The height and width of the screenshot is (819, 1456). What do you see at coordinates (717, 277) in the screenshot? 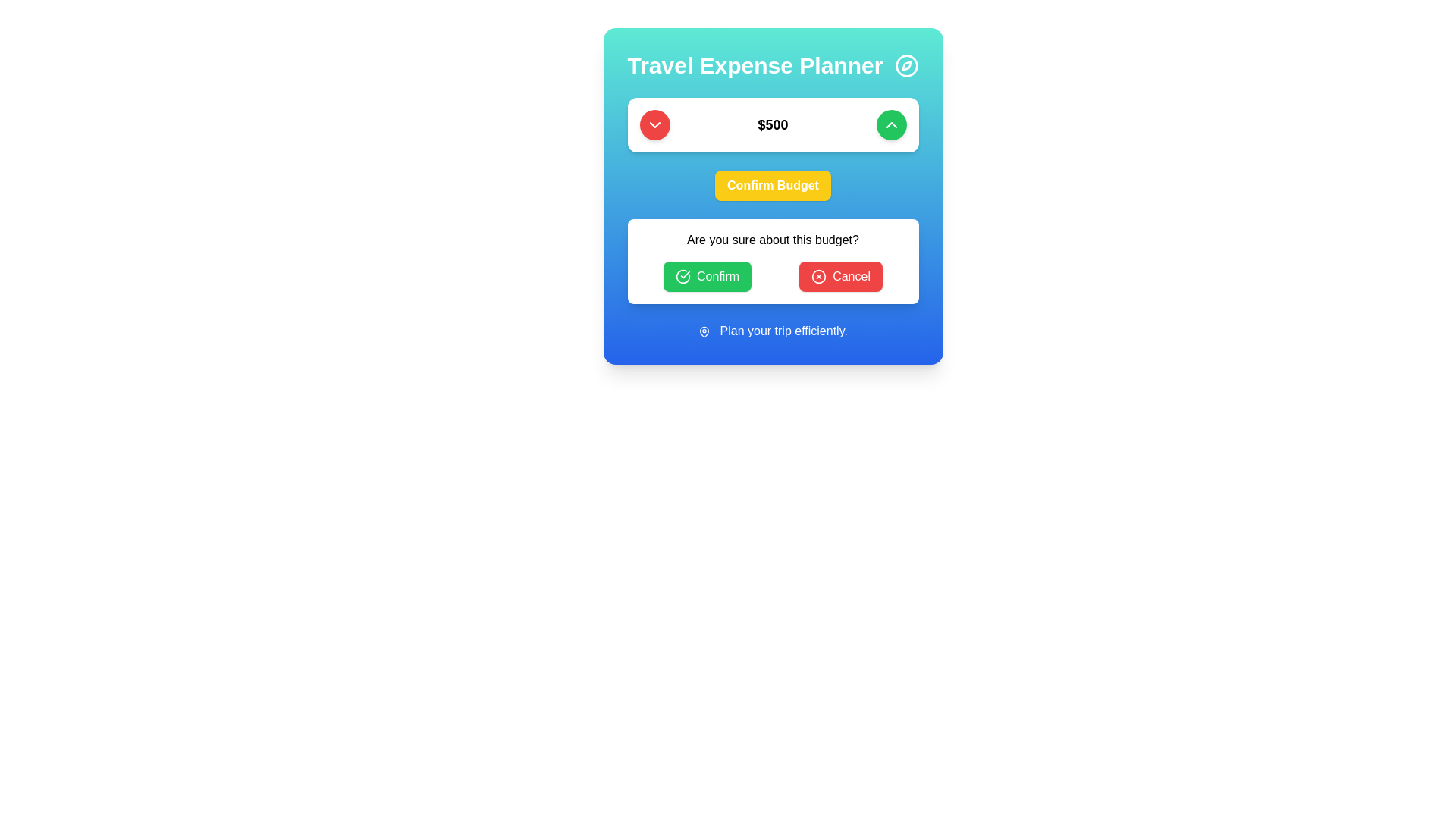
I see `the 'Confirm' text label, which is styled with white text on a green background and is centrally positioned within a green rectangular button in the confirmation area` at bounding box center [717, 277].